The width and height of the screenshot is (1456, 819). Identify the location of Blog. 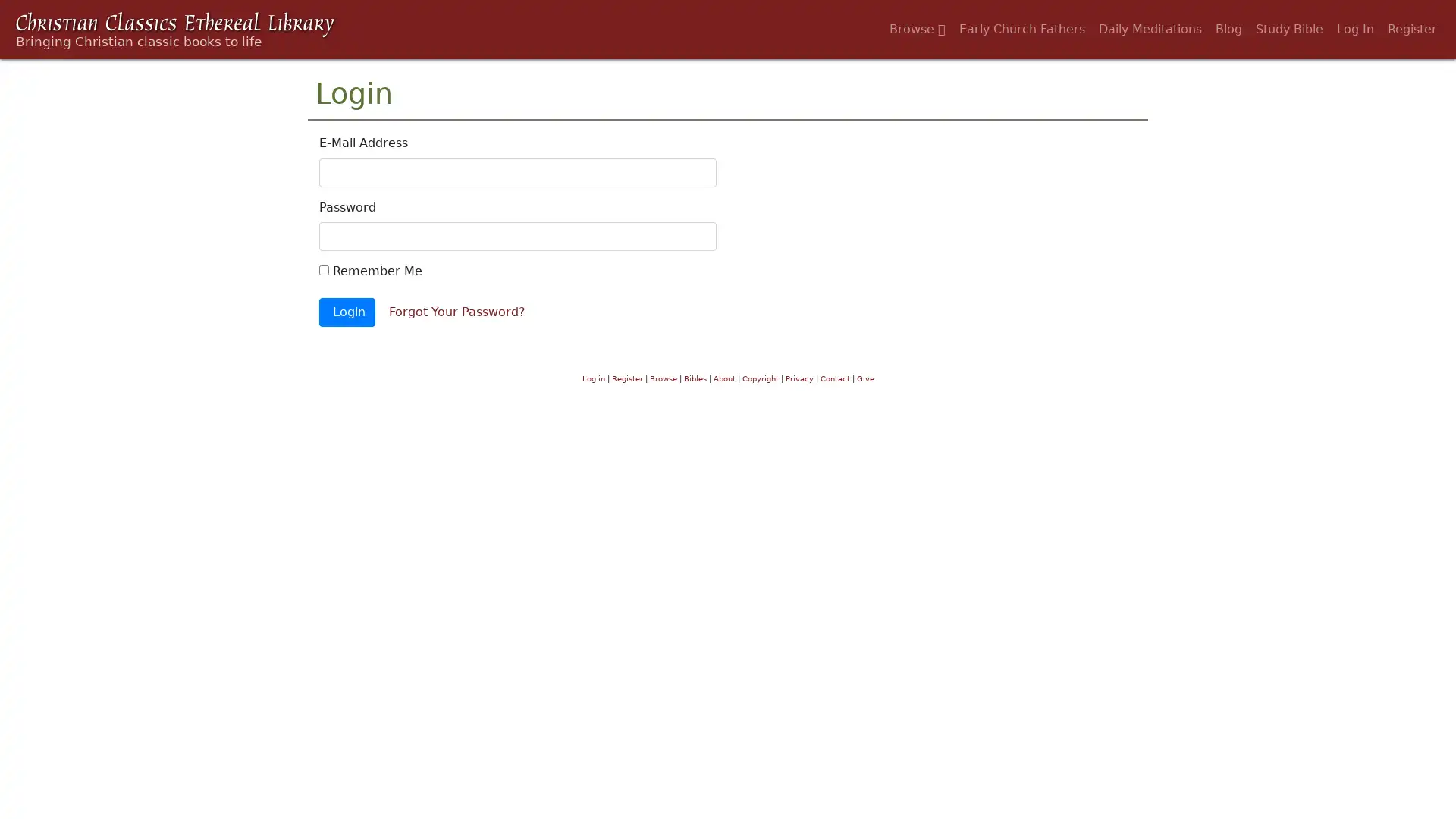
(1228, 29).